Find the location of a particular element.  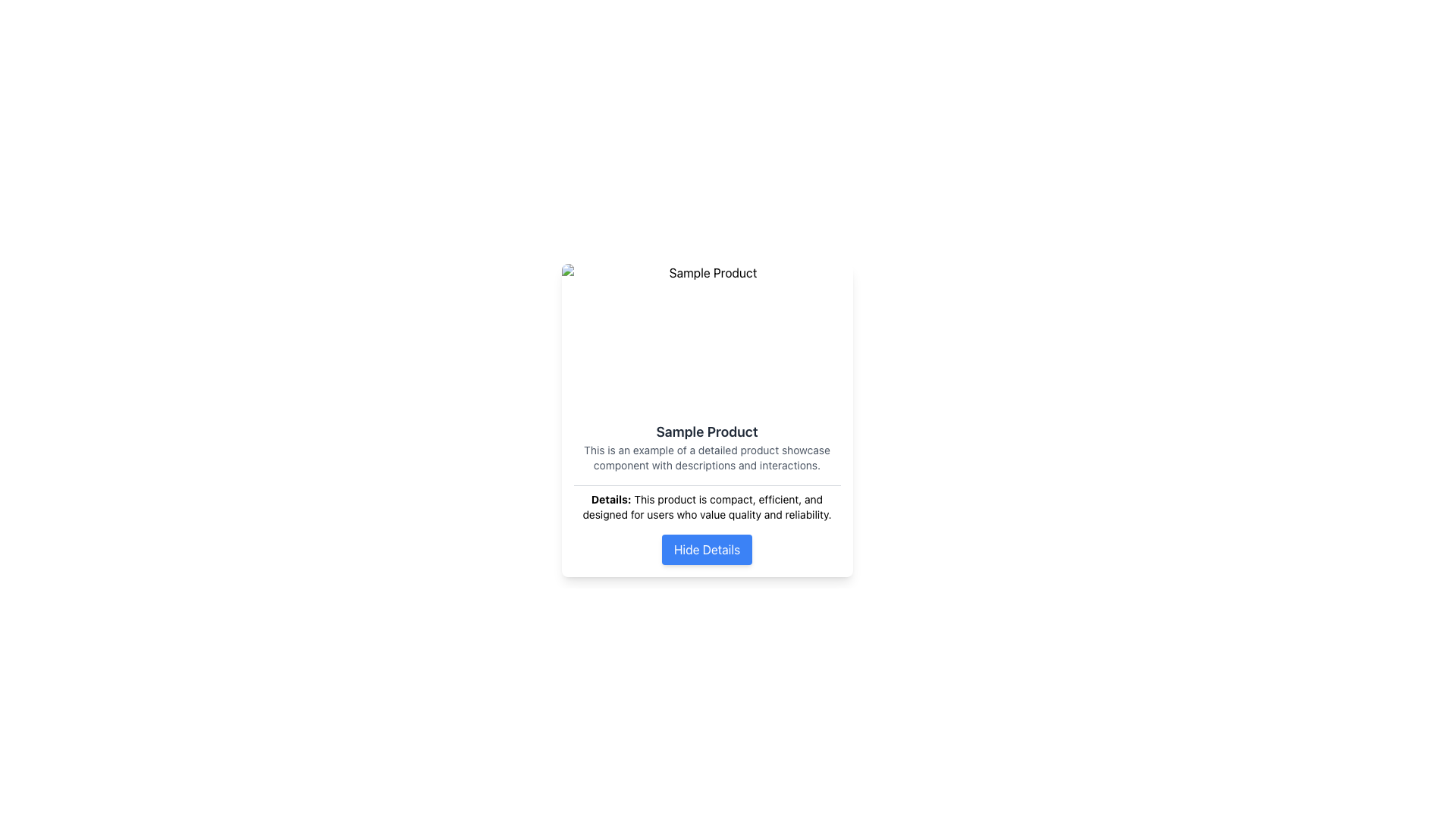

the bold text label reading 'Details:' which is positioned at the start of a descriptive paragraph in the lower half of the interface is located at coordinates (611, 499).